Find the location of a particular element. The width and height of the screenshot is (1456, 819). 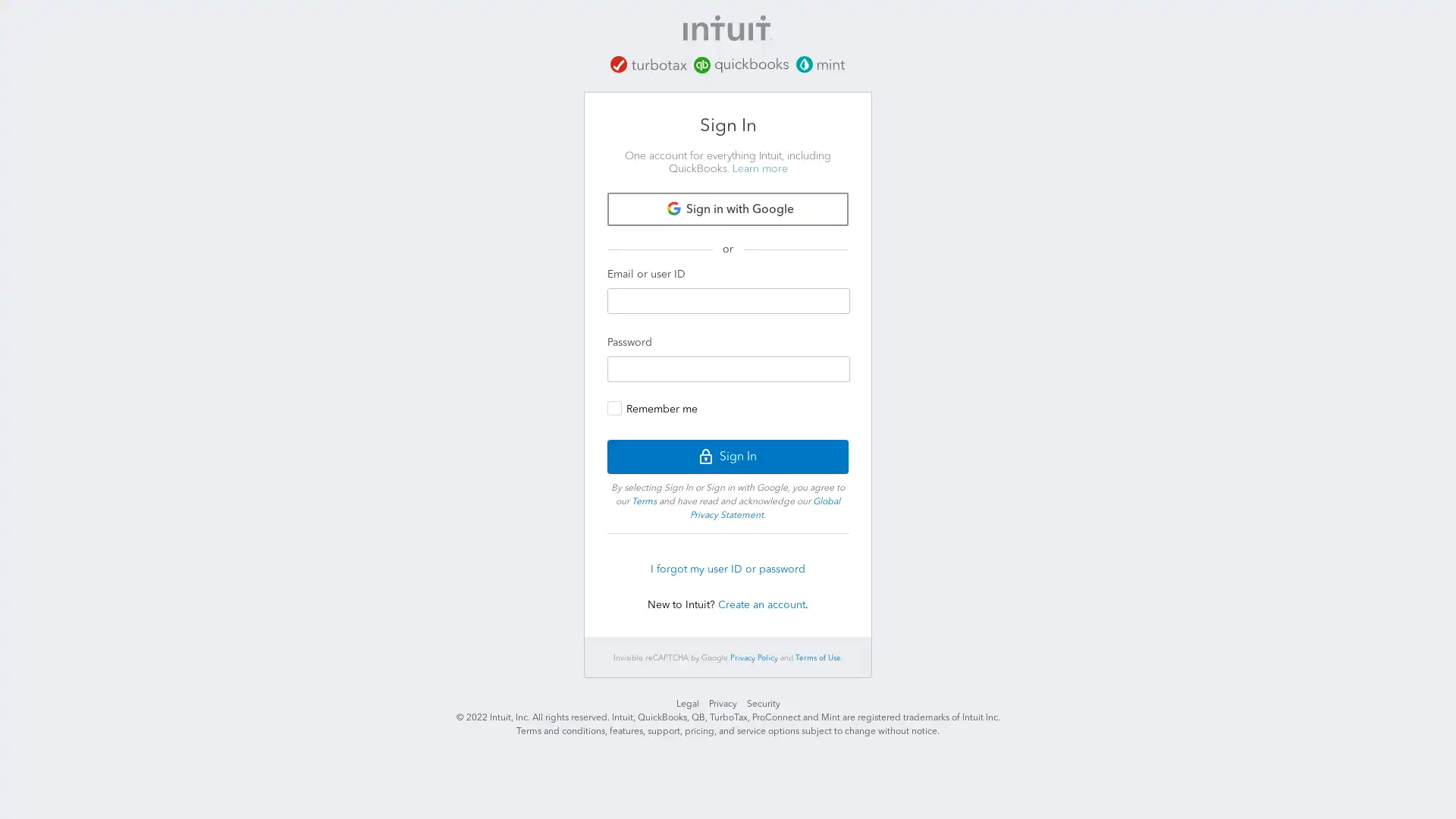

Sign In is located at coordinates (728, 455).